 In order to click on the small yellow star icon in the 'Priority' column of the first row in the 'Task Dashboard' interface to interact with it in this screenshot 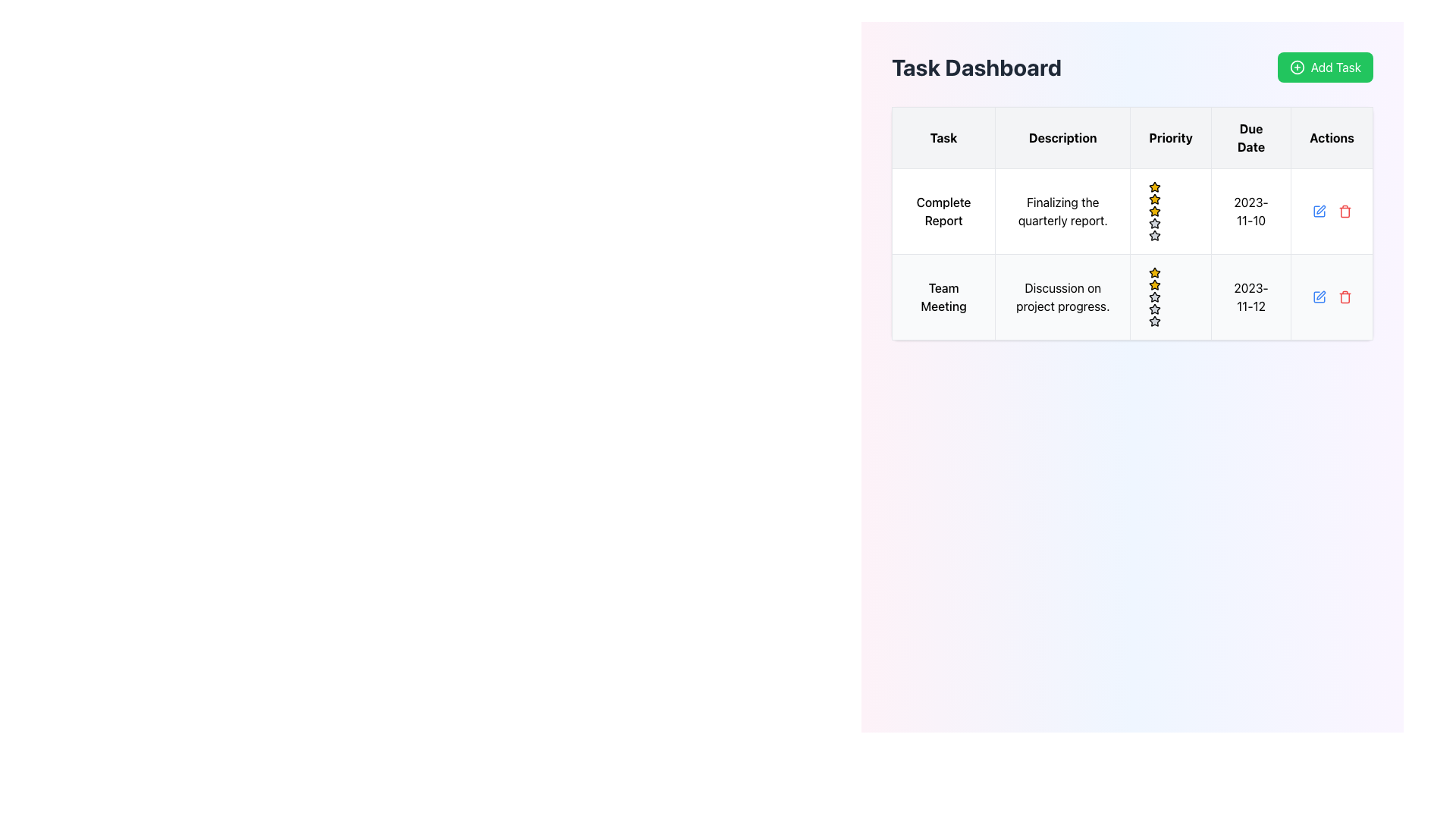, I will do `click(1154, 186)`.